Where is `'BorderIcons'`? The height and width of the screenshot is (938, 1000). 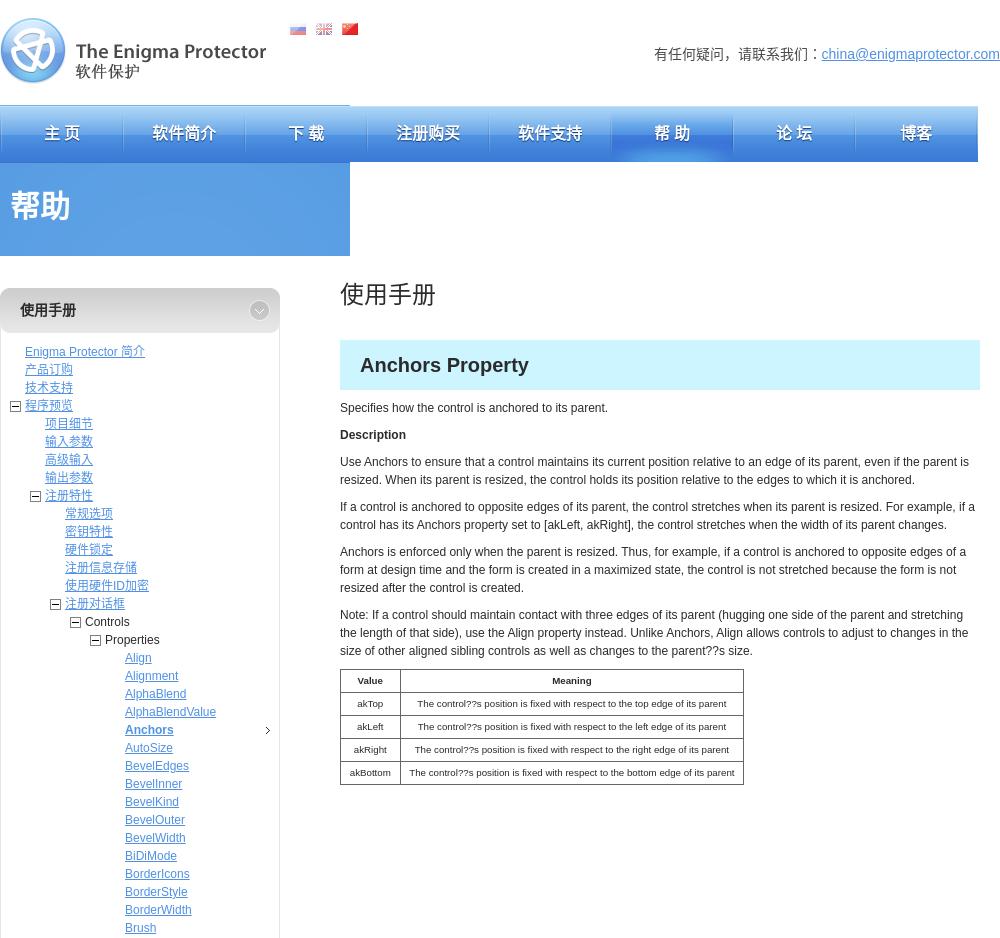 'BorderIcons' is located at coordinates (125, 874).